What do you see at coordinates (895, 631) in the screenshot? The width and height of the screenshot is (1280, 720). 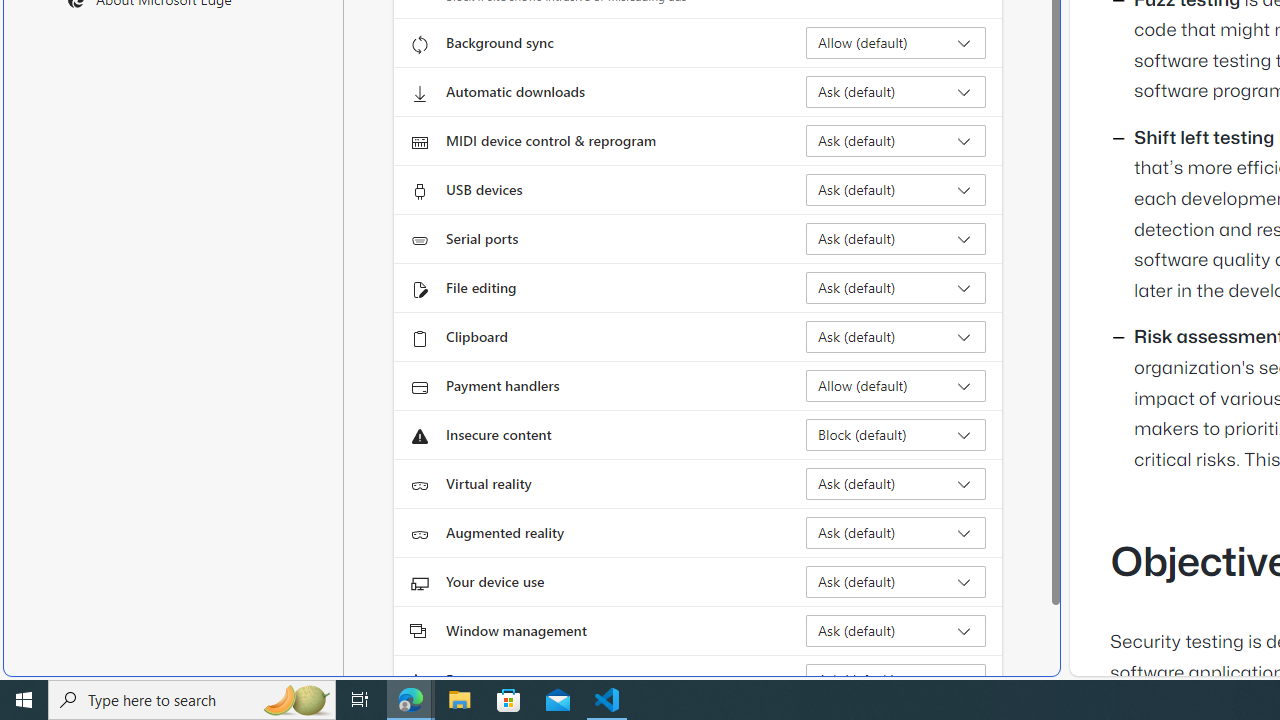 I see `'Window management Ask (default)'` at bounding box center [895, 631].